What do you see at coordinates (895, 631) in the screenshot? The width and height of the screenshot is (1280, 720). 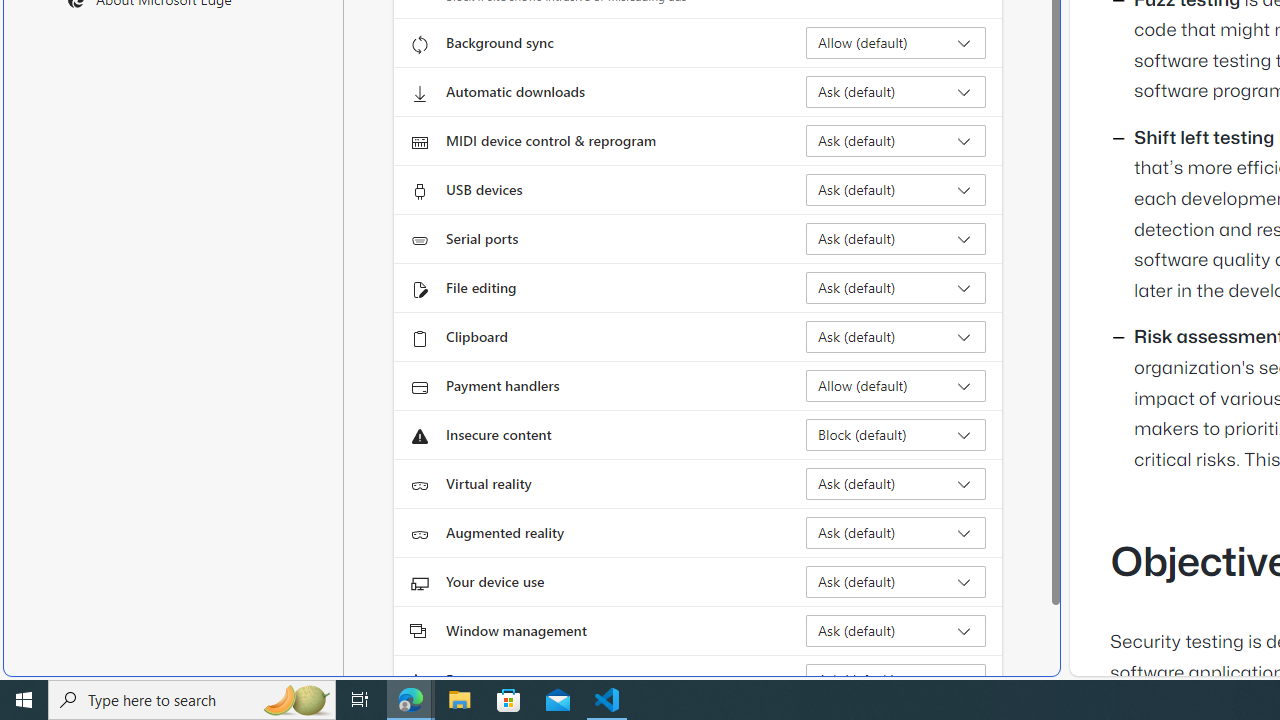 I see `'Window management Ask (default)'` at bounding box center [895, 631].